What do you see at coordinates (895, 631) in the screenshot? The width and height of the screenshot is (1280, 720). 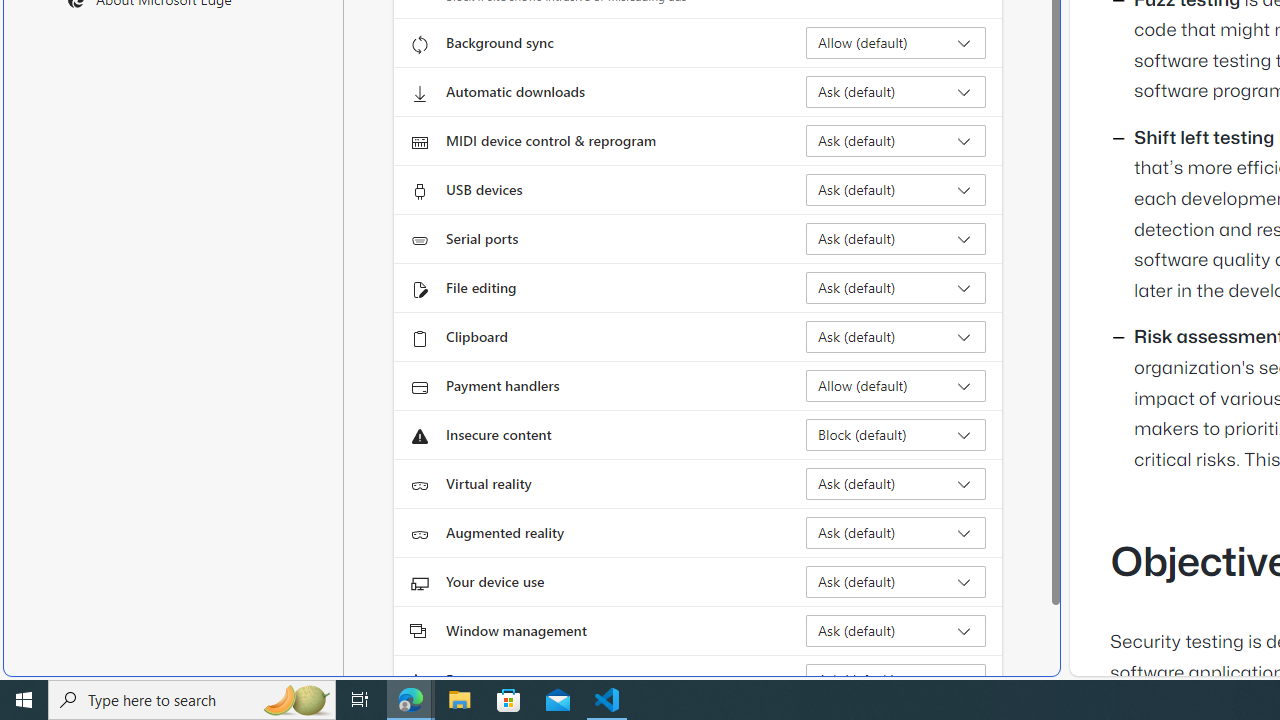 I see `'Window management Ask (default)'` at bounding box center [895, 631].